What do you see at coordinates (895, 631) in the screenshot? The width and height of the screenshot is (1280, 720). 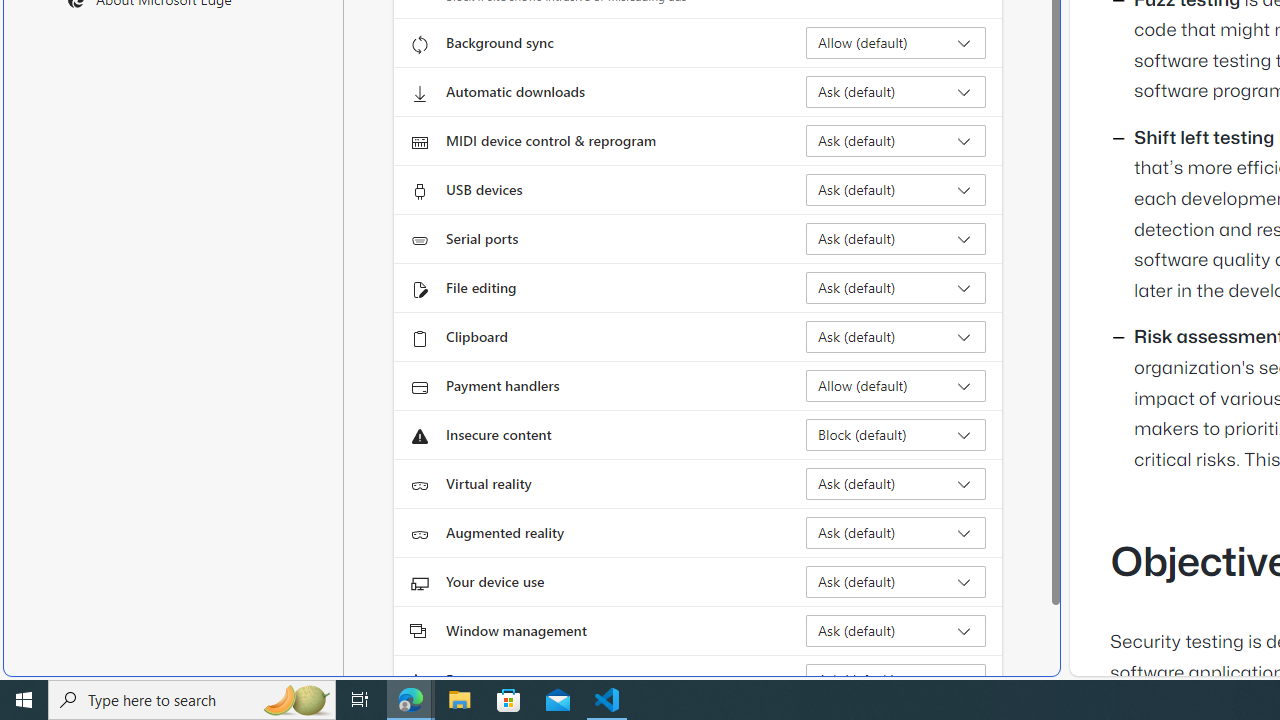 I see `'Window management Ask (default)'` at bounding box center [895, 631].